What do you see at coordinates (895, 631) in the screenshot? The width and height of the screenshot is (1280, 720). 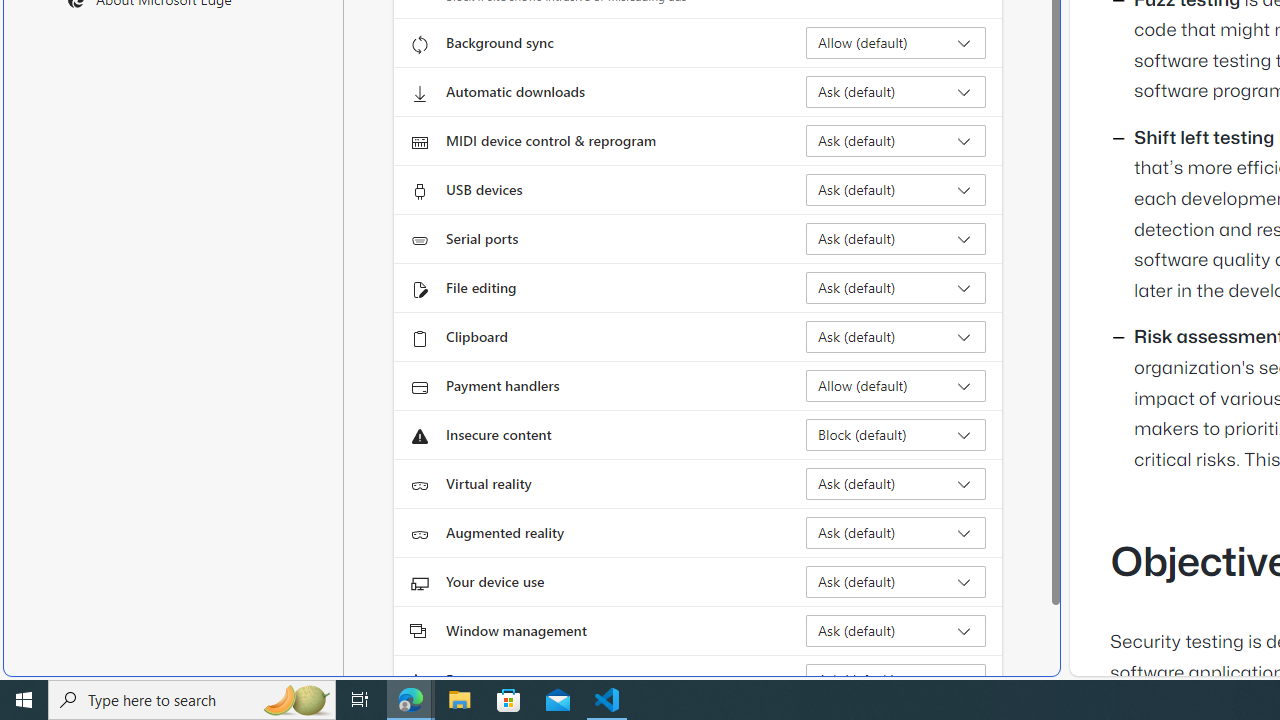 I see `'Window management Ask (default)'` at bounding box center [895, 631].